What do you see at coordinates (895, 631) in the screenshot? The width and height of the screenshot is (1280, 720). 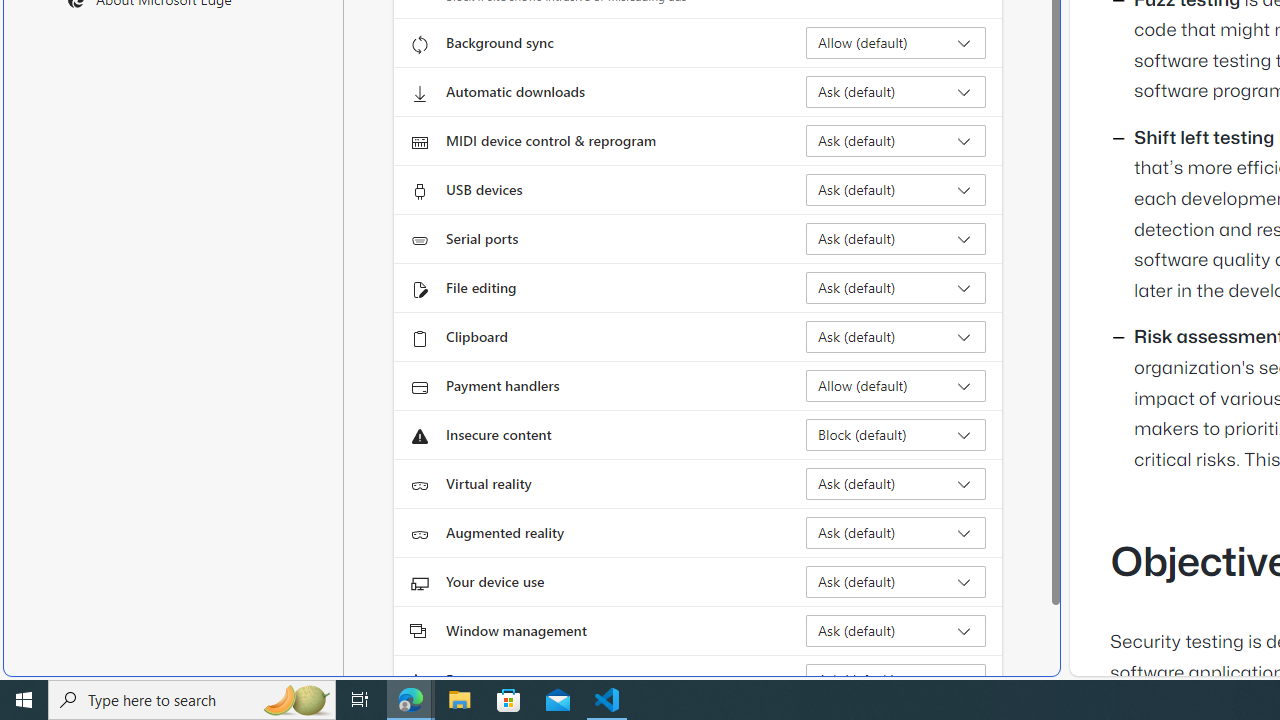 I see `'Window management Ask (default)'` at bounding box center [895, 631].